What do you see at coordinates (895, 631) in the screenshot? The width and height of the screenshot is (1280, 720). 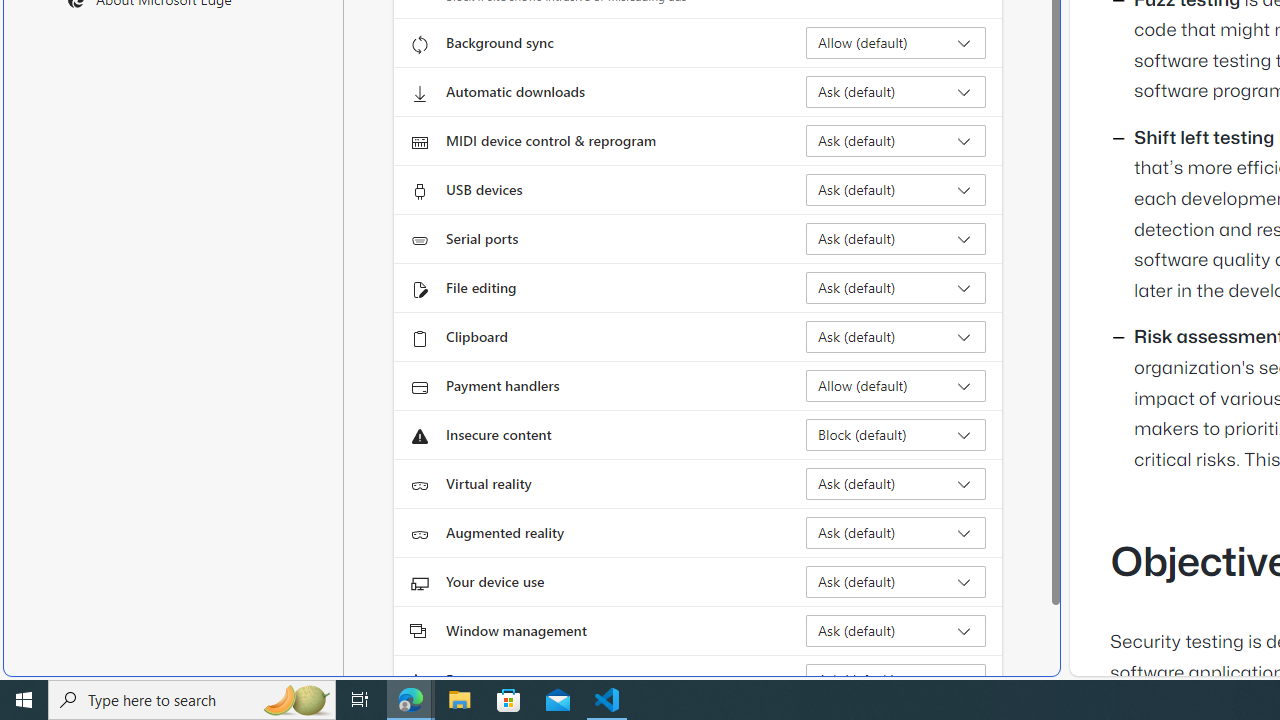 I see `'Window management Ask (default)'` at bounding box center [895, 631].